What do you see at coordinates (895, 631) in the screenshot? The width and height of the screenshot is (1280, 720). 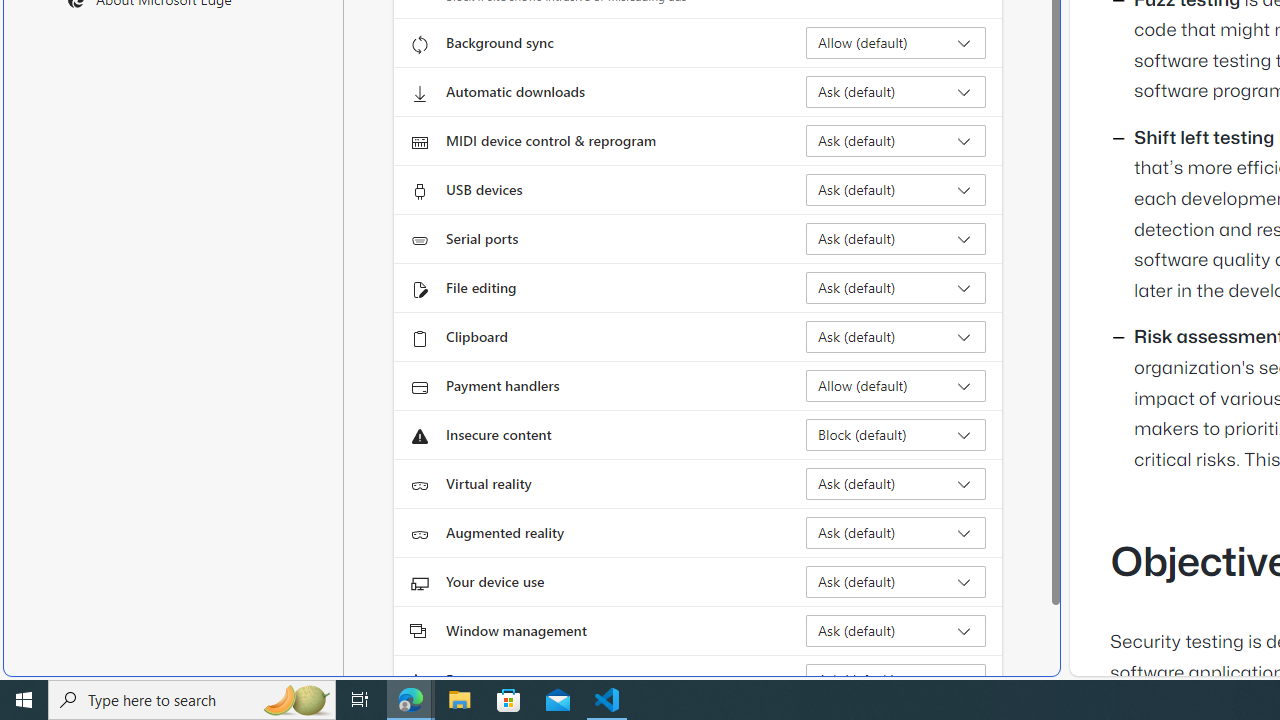 I see `'Window management Ask (default)'` at bounding box center [895, 631].